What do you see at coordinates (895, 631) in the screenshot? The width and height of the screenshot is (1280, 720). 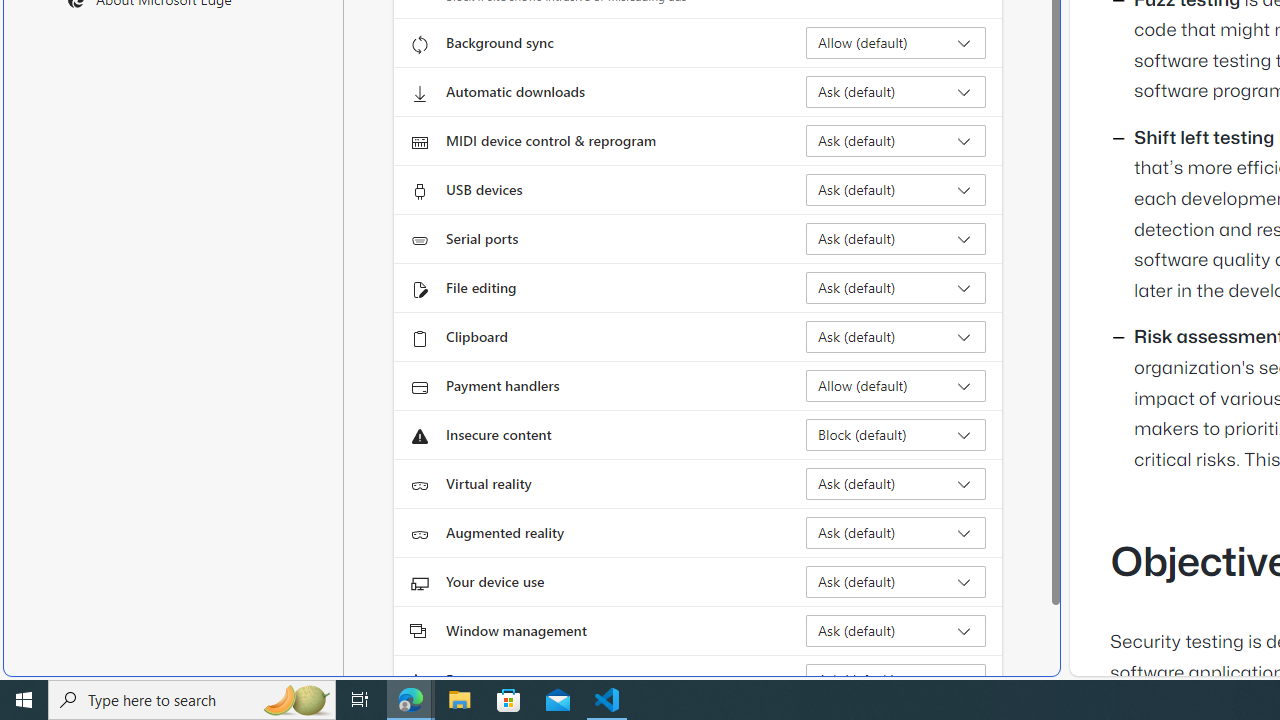 I see `'Window management Ask (default)'` at bounding box center [895, 631].